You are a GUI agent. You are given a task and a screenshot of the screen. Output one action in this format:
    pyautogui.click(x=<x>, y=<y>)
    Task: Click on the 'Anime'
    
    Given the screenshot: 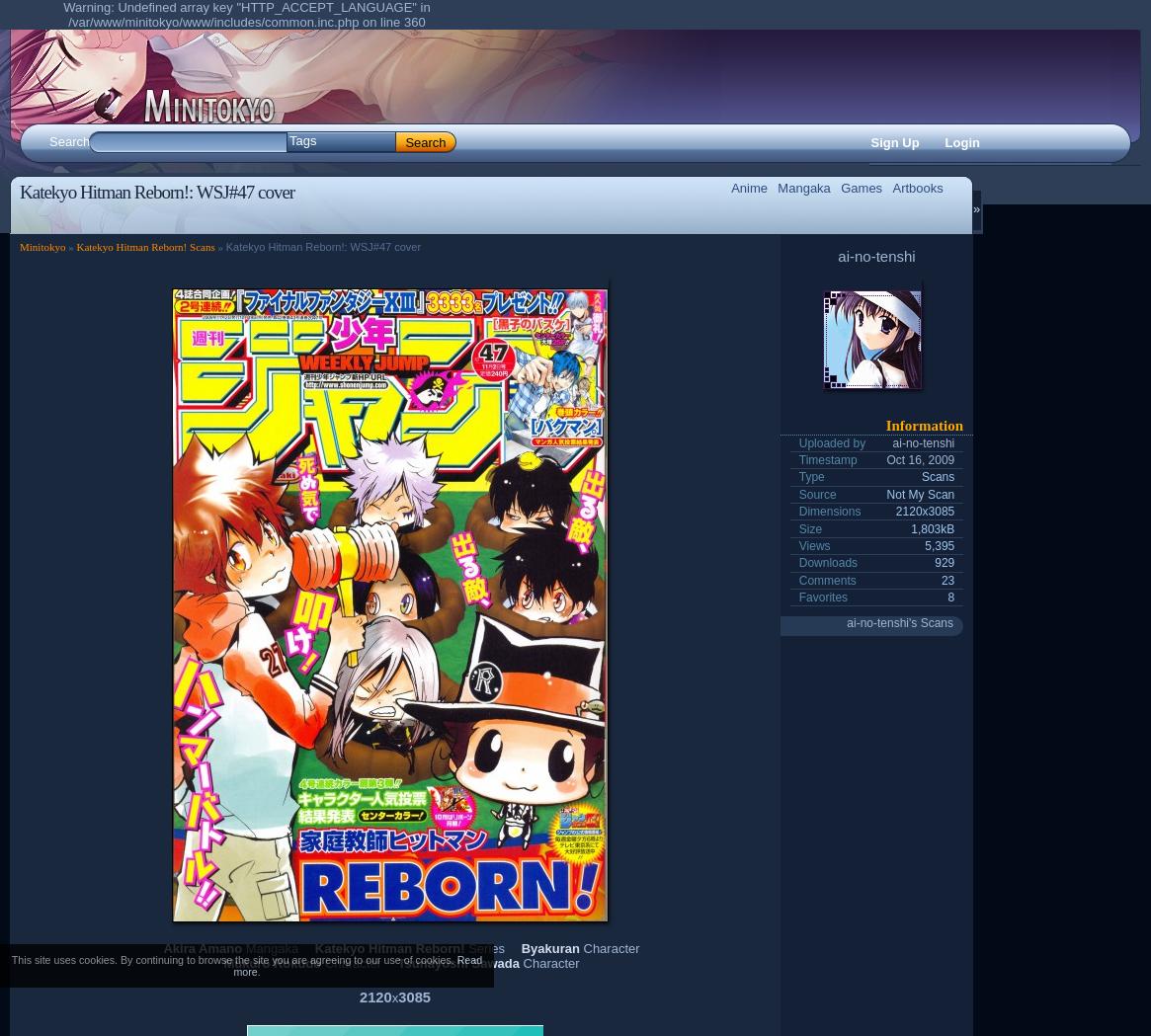 What is the action you would take?
    pyautogui.click(x=730, y=187)
    